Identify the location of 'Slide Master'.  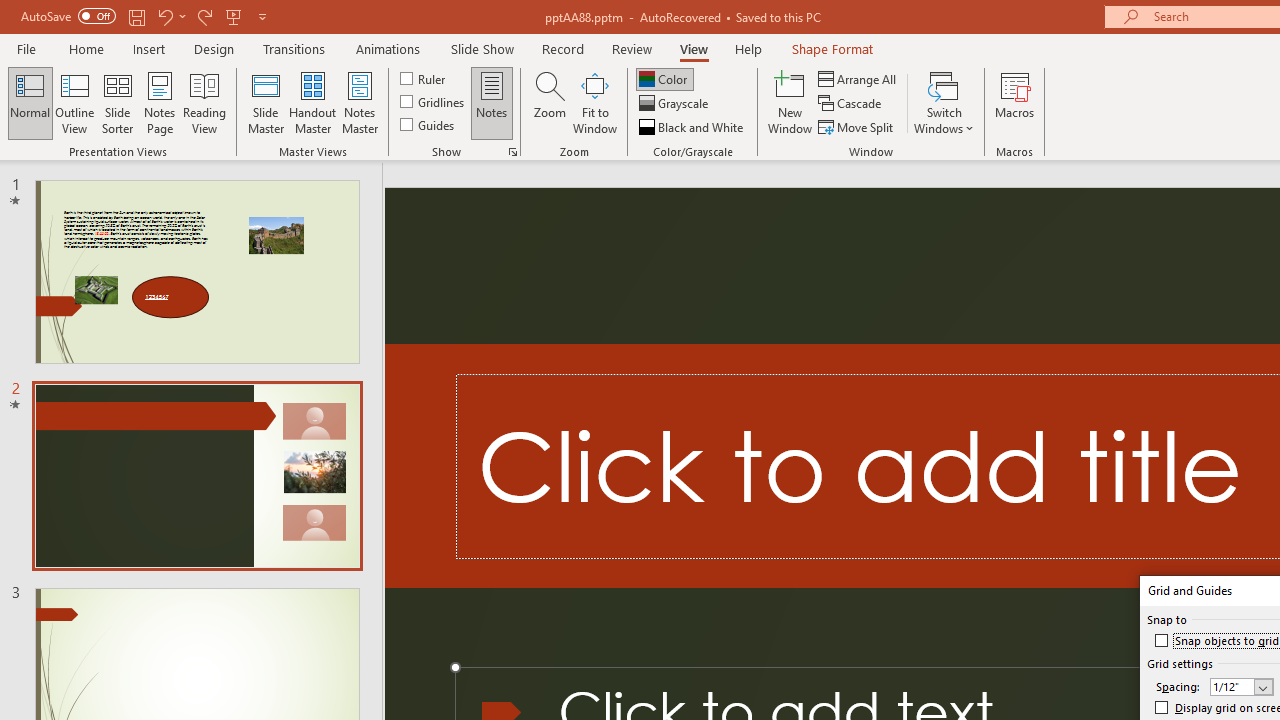
(264, 103).